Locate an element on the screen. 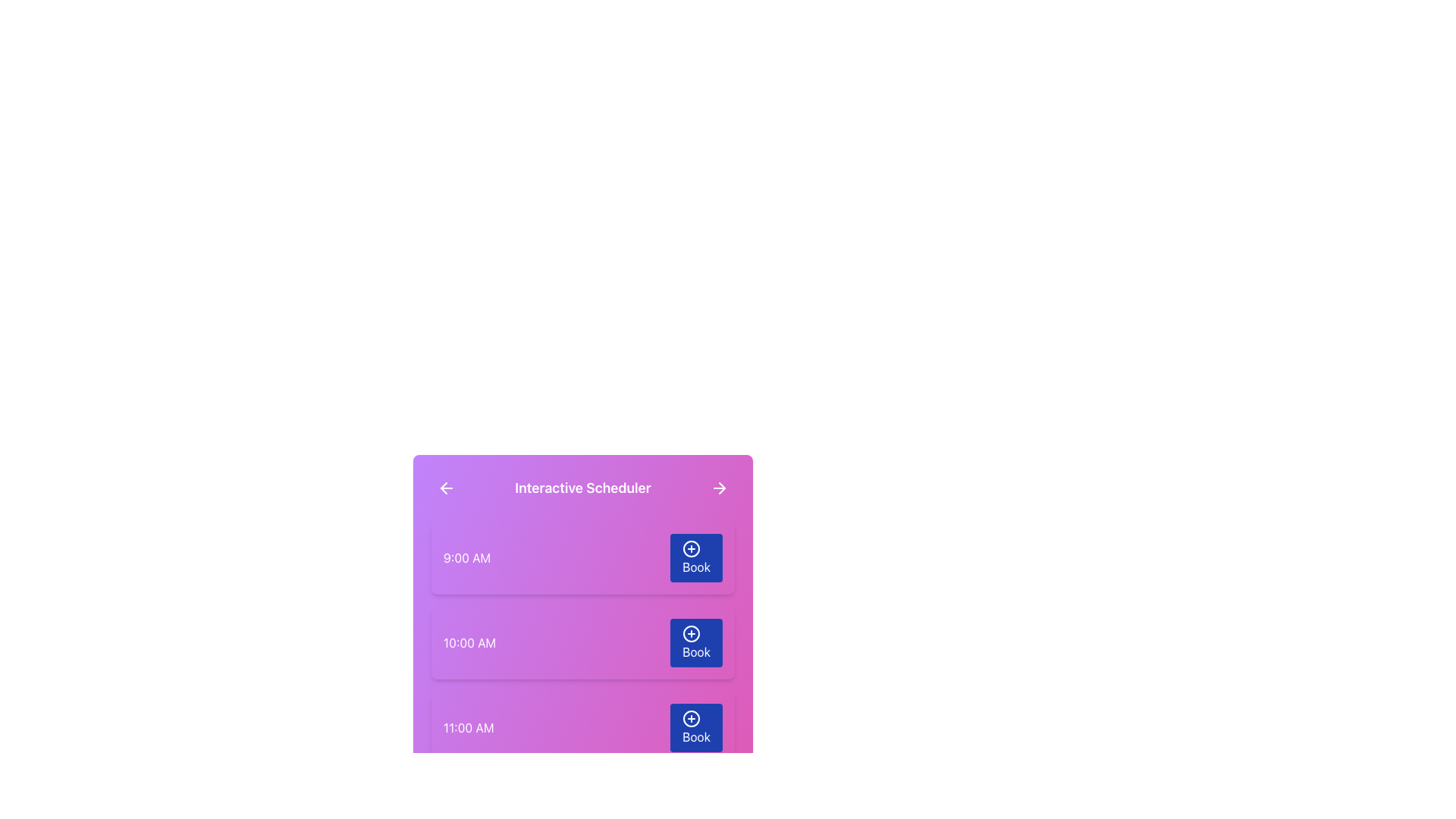 This screenshot has width=1456, height=819. the SVG Circle that is part of the booking icon located in the topmost booking option under '9:00 AM', positioned to the right side of the text is located at coordinates (691, 549).